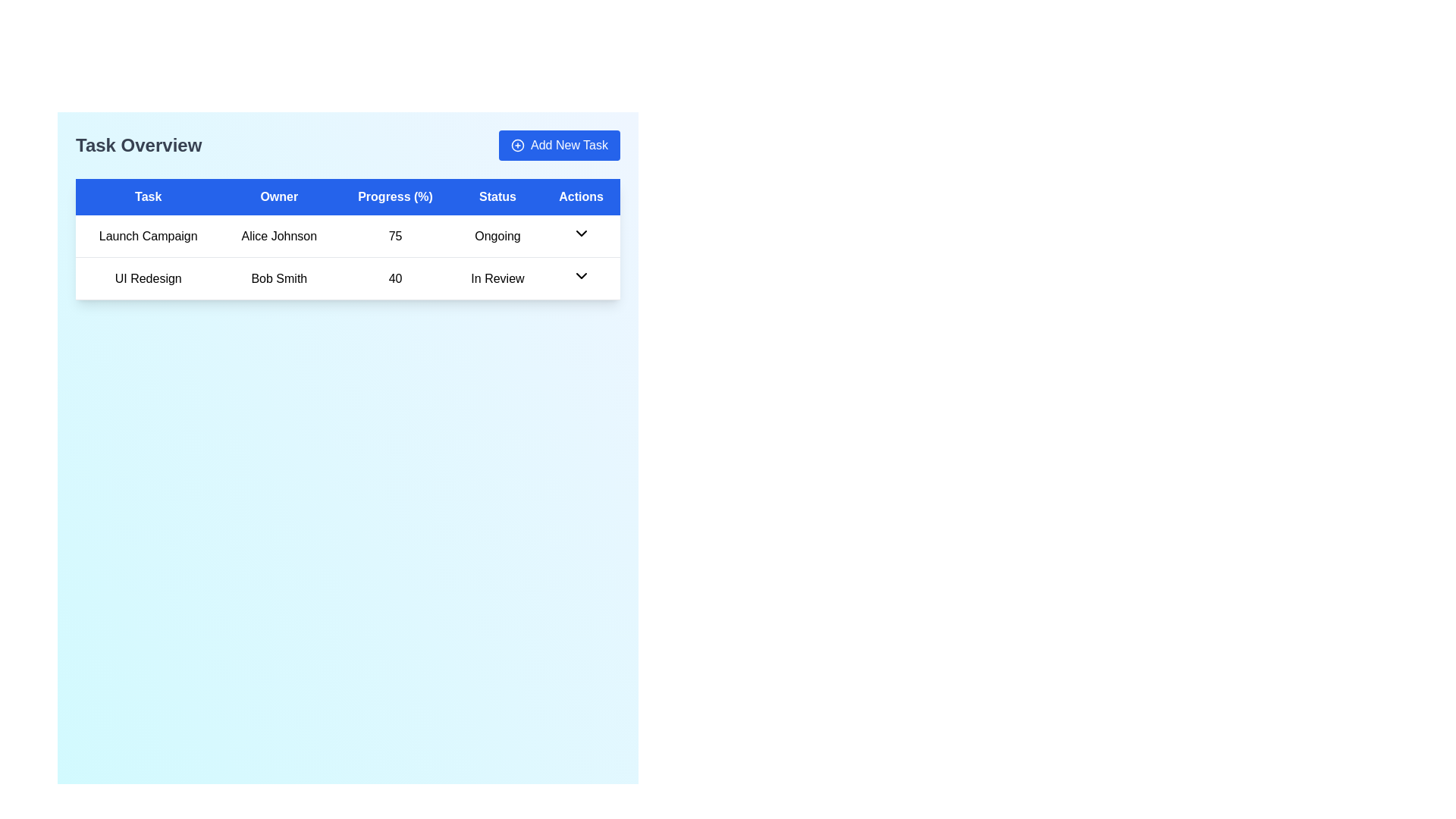 This screenshot has height=819, width=1456. I want to click on the text label displaying 'Bob Smith' located in the second row under the 'Owner' column of the table, so click(279, 278).